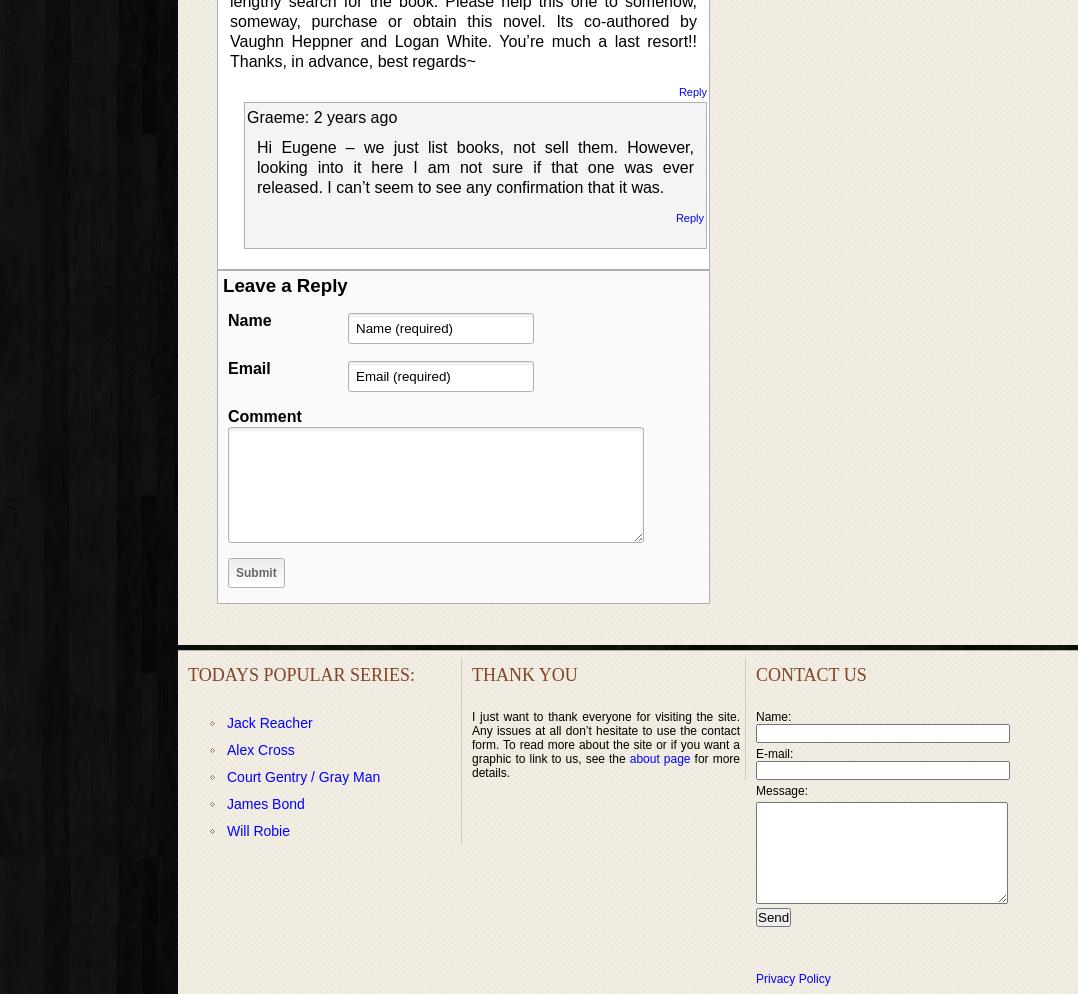 This screenshot has height=994, width=1078. I want to click on 'Message:', so click(780, 791).